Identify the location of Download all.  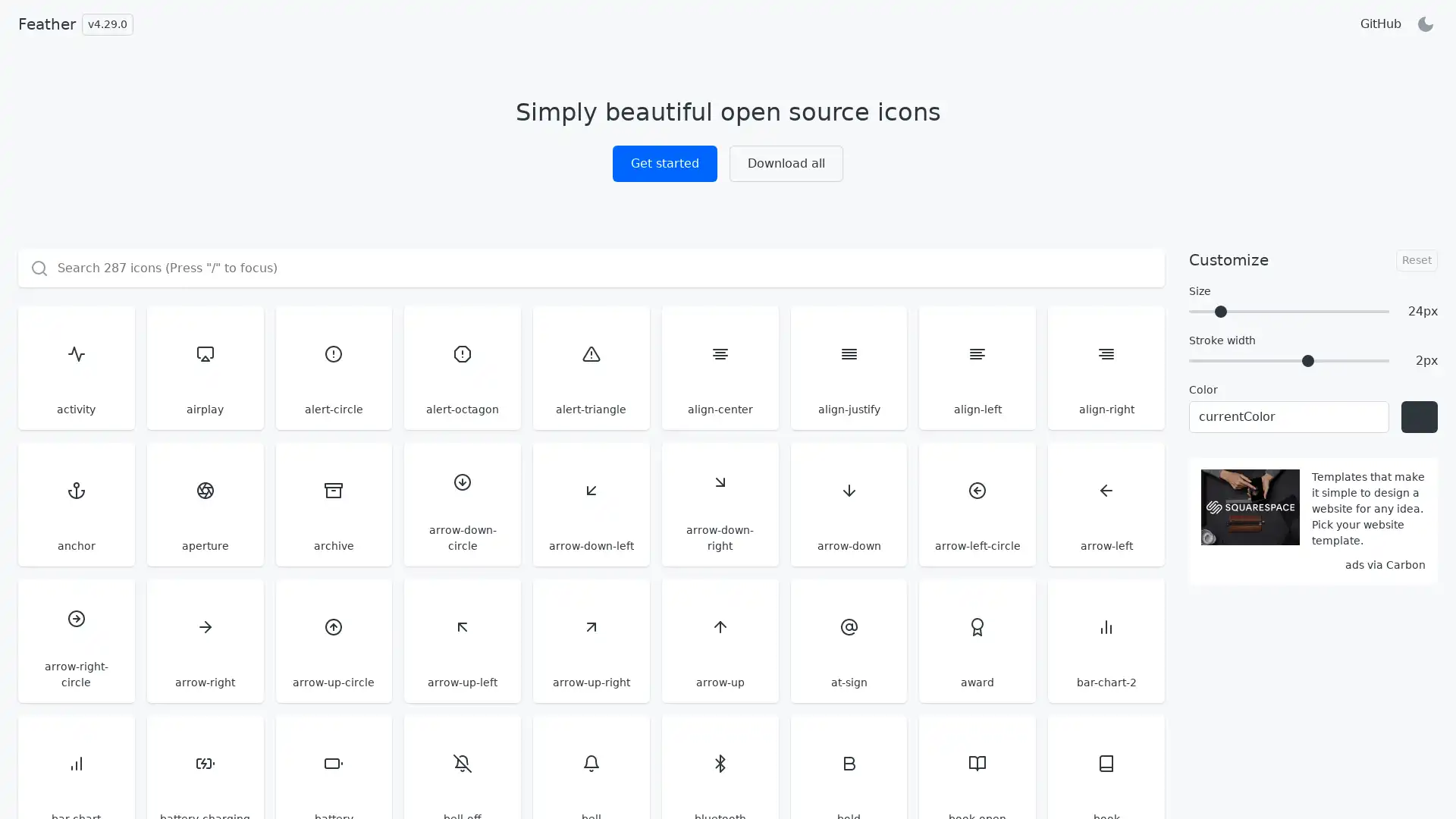
(786, 164).